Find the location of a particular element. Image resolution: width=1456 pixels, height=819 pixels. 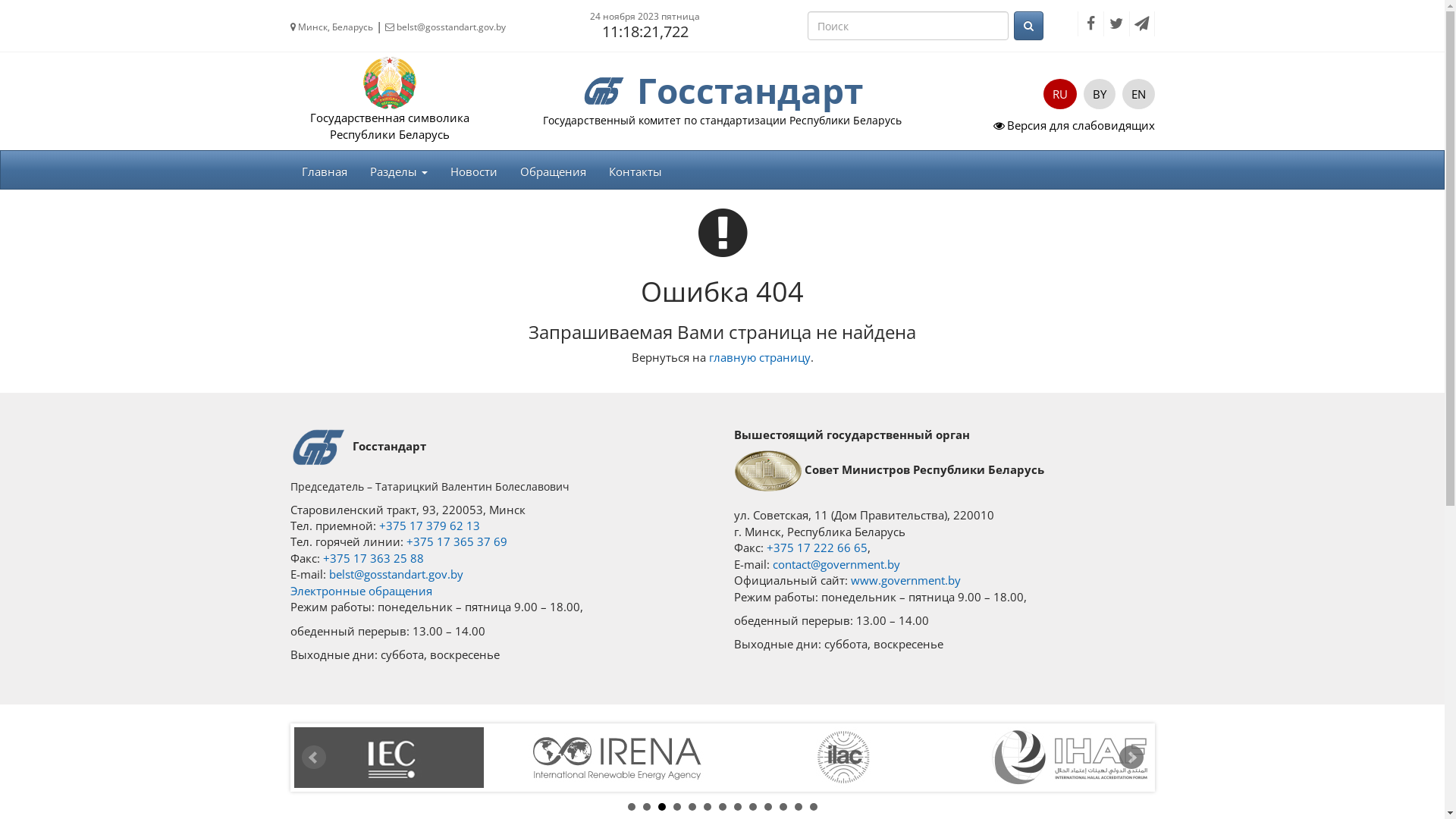

'www.government.by' is located at coordinates (905, 579).